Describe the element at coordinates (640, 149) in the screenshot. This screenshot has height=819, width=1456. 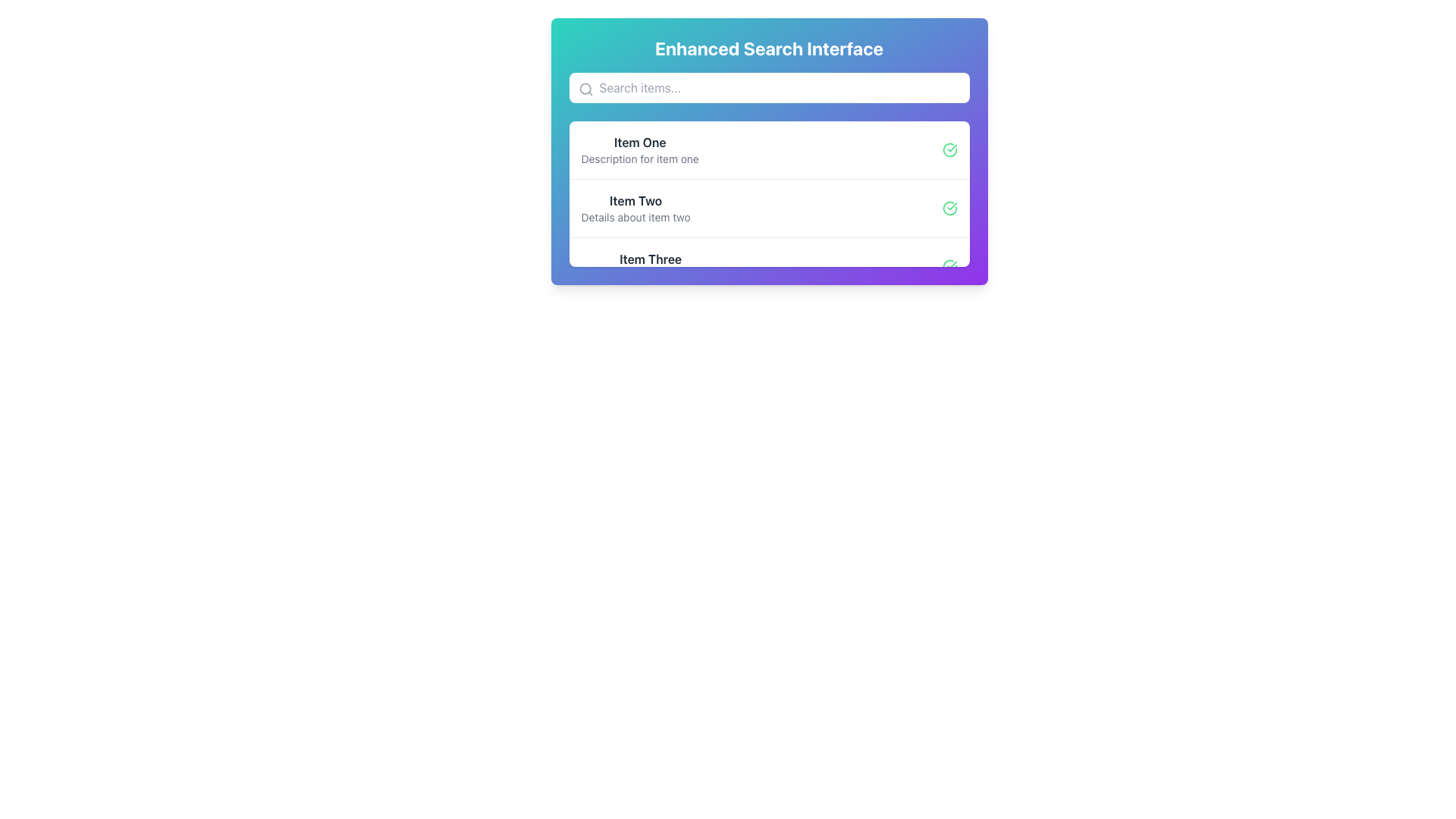
I see `the first list item in the 'Enhanced Search Interface'` at that location.